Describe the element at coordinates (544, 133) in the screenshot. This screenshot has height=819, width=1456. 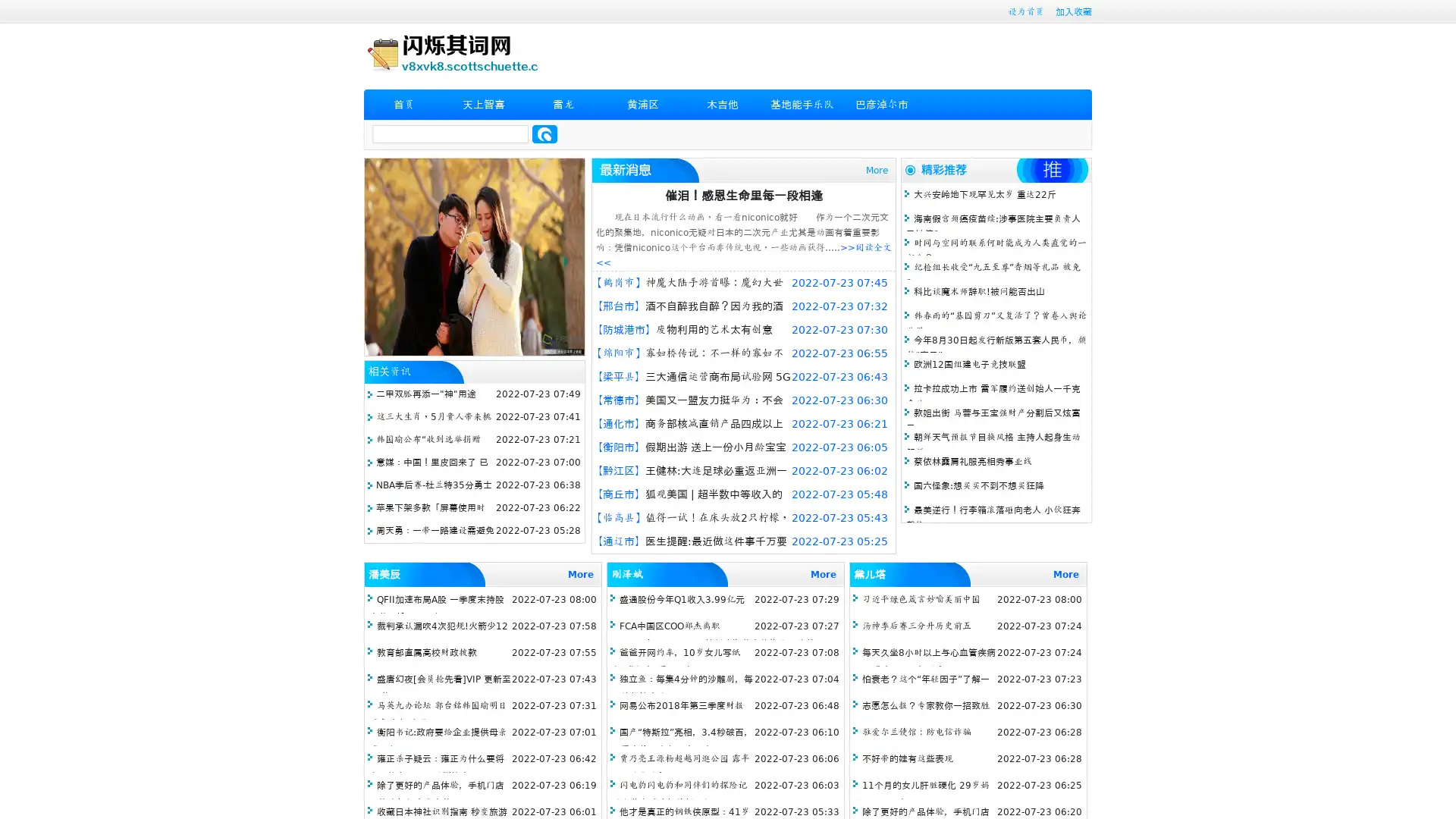
I see `Search` at that location.